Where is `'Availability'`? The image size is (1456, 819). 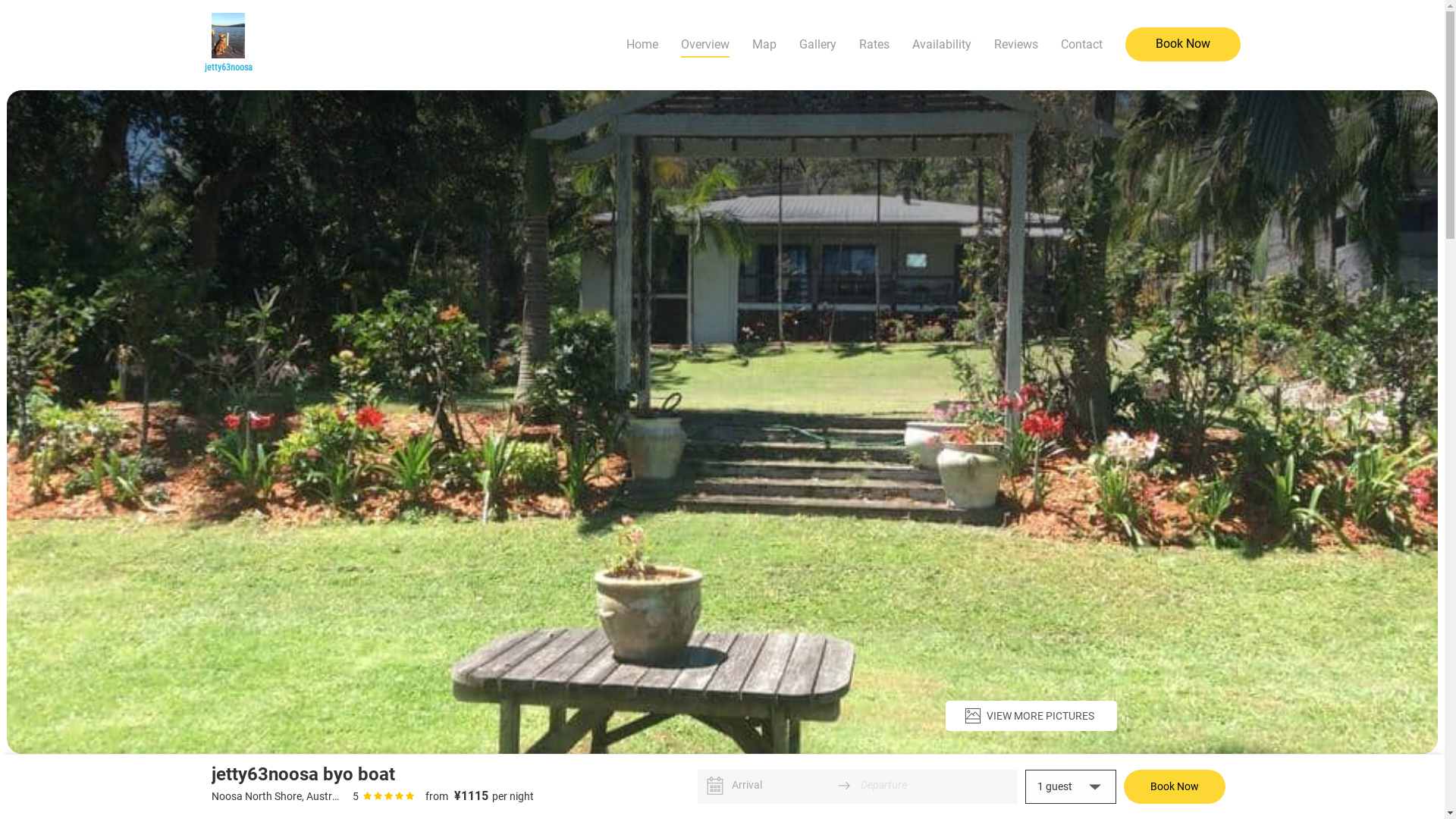 'Availability' is located at coordinates (940, 43).